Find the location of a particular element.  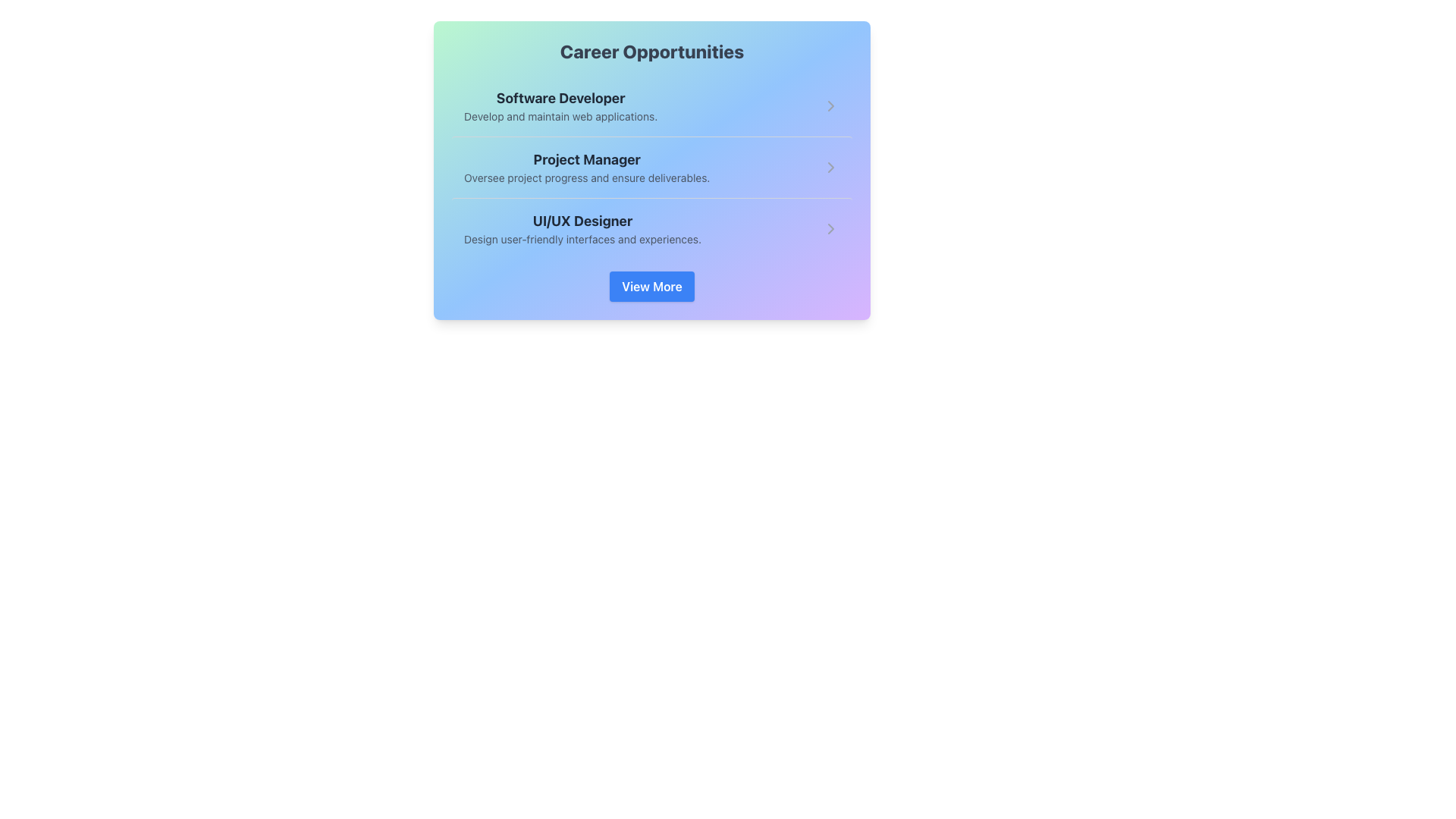

the 'View More' button with a blue background and white text, located at the bottom of the 'Career Opportunities' card is located at coordinates (651, 287).